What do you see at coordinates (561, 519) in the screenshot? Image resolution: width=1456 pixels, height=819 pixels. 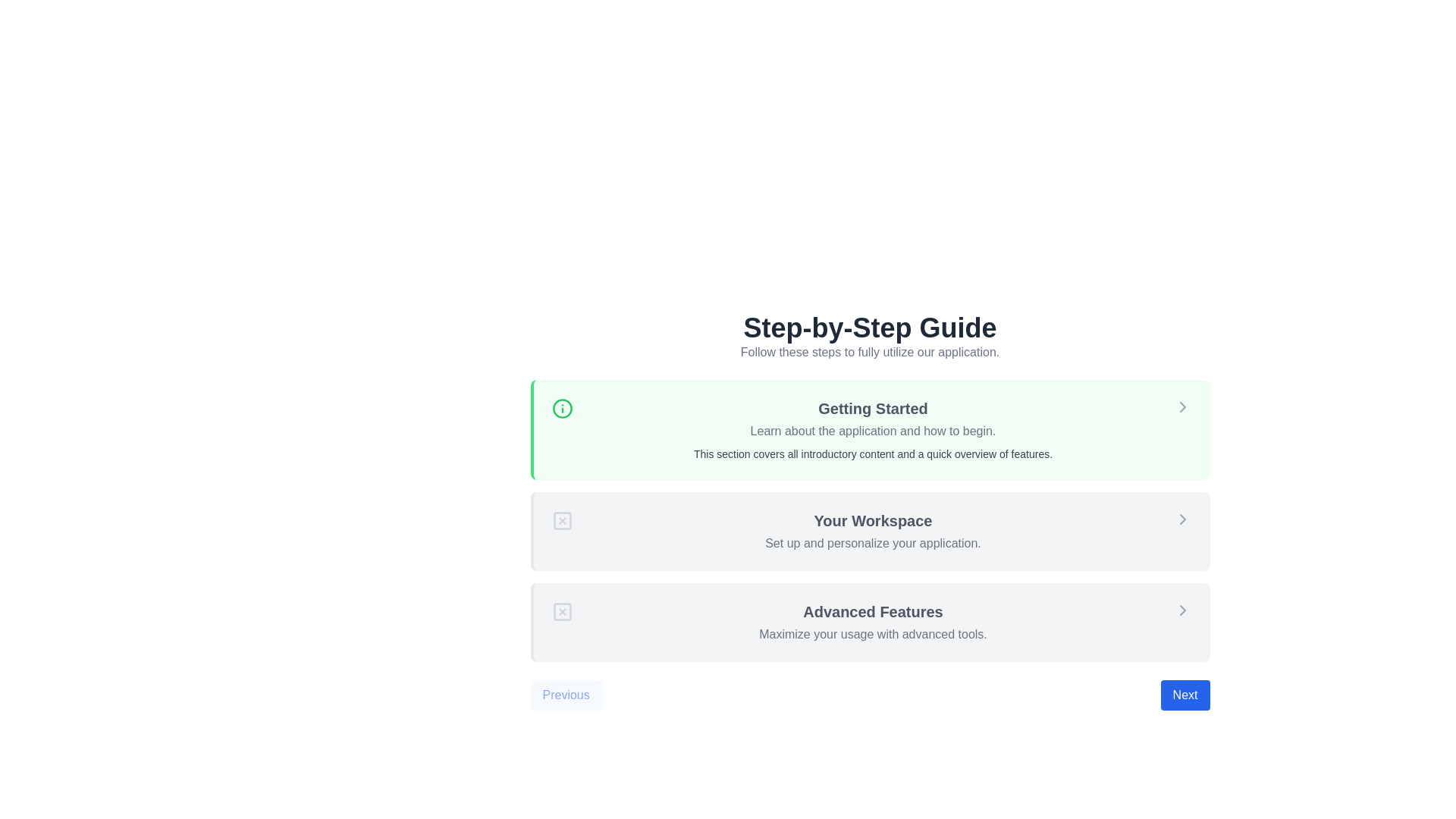 I see `the Icon element that resembles a square with a cross ('X') in the center, located in the 'Your Workspace' section, below 'Getting Started' and above 'Advanced Features'` at bounding box center [561, 519].